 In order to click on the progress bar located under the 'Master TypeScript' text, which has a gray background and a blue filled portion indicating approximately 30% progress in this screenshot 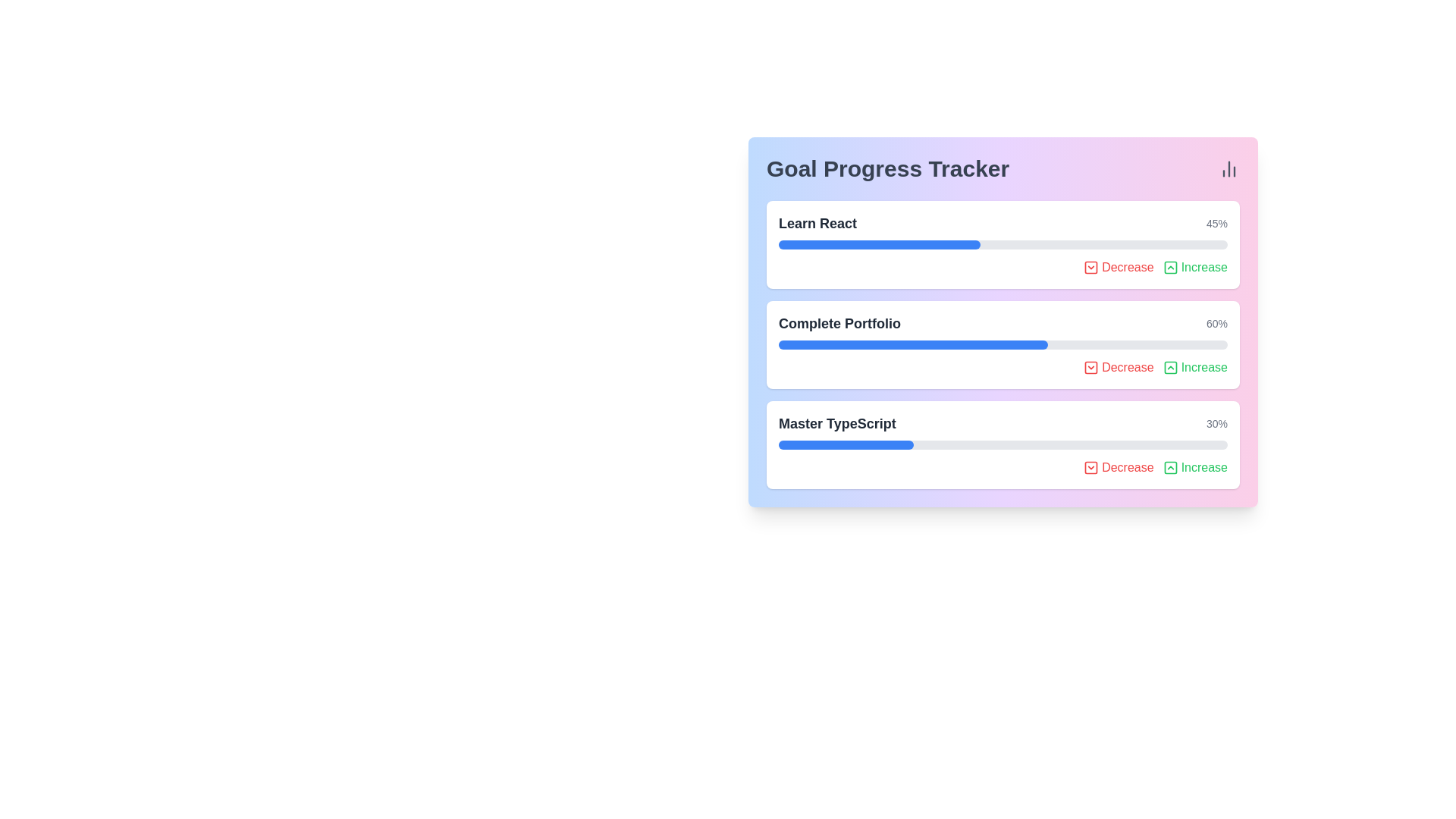, I will do `click(1003, 444)`.